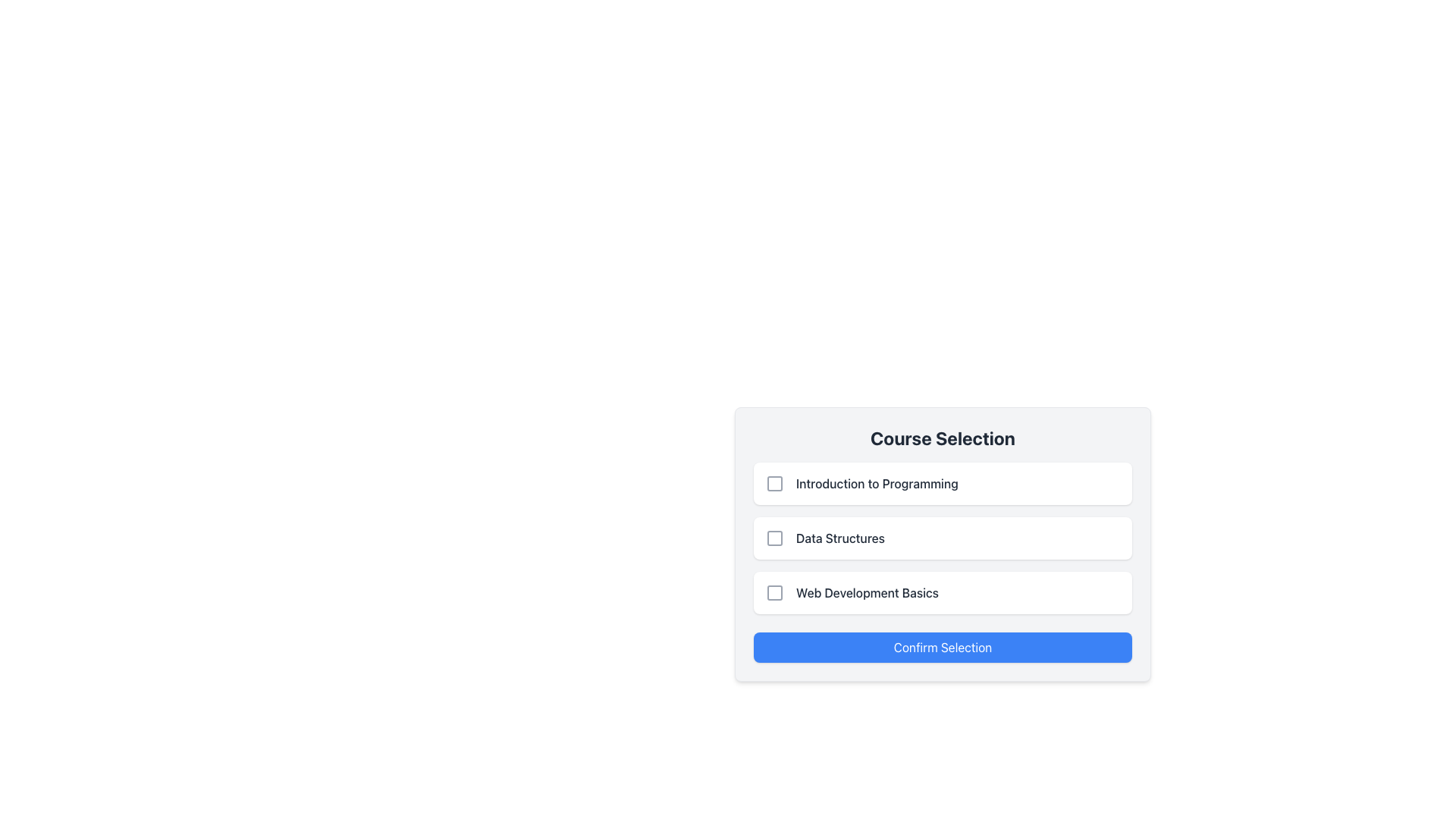  Describe the element at coordinates (775, 537) in the screenshot. I see `the checkbox icon located to the left of the 'Data Structures' text` at that location.